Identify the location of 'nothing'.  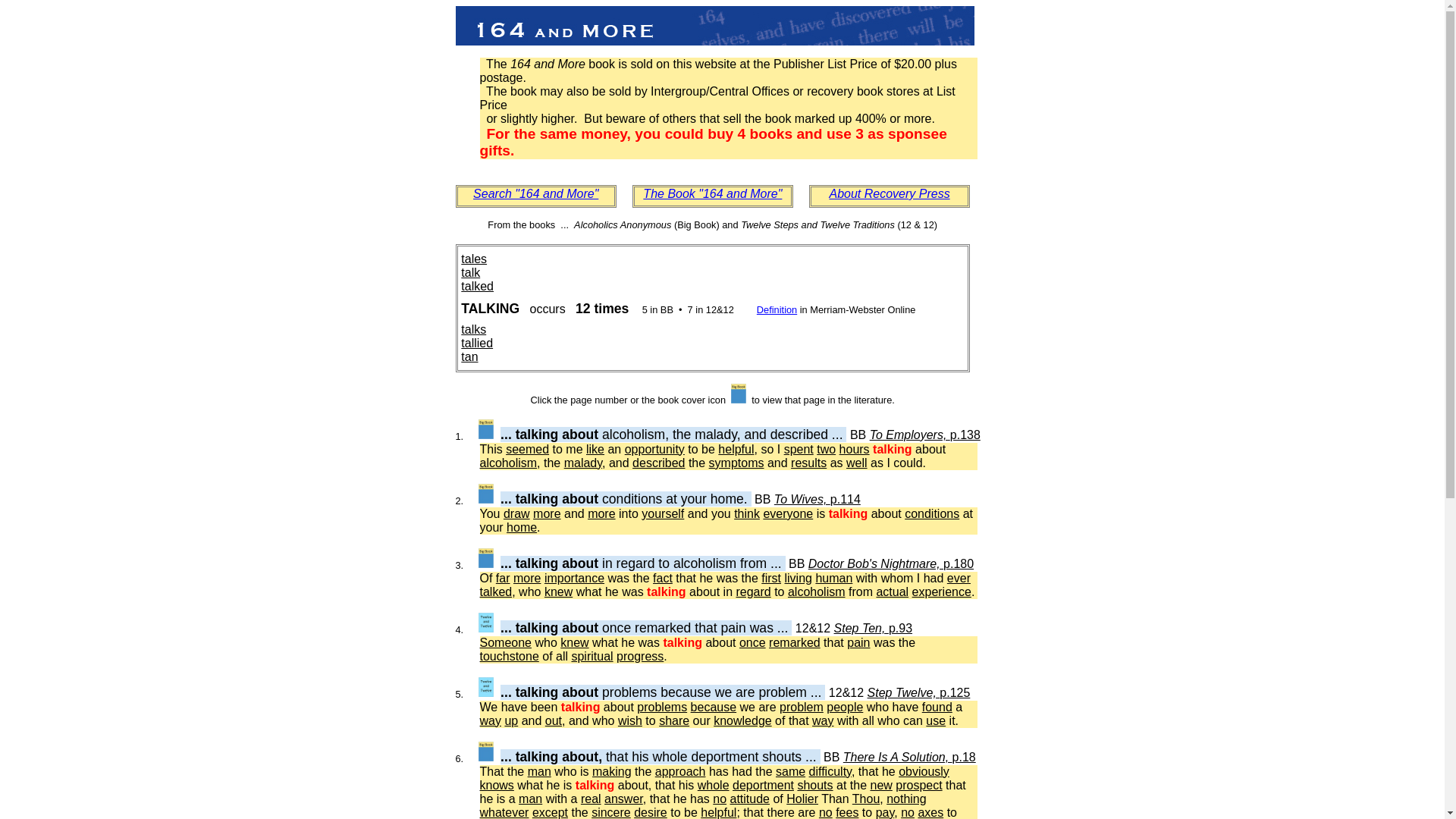
(886, 798).